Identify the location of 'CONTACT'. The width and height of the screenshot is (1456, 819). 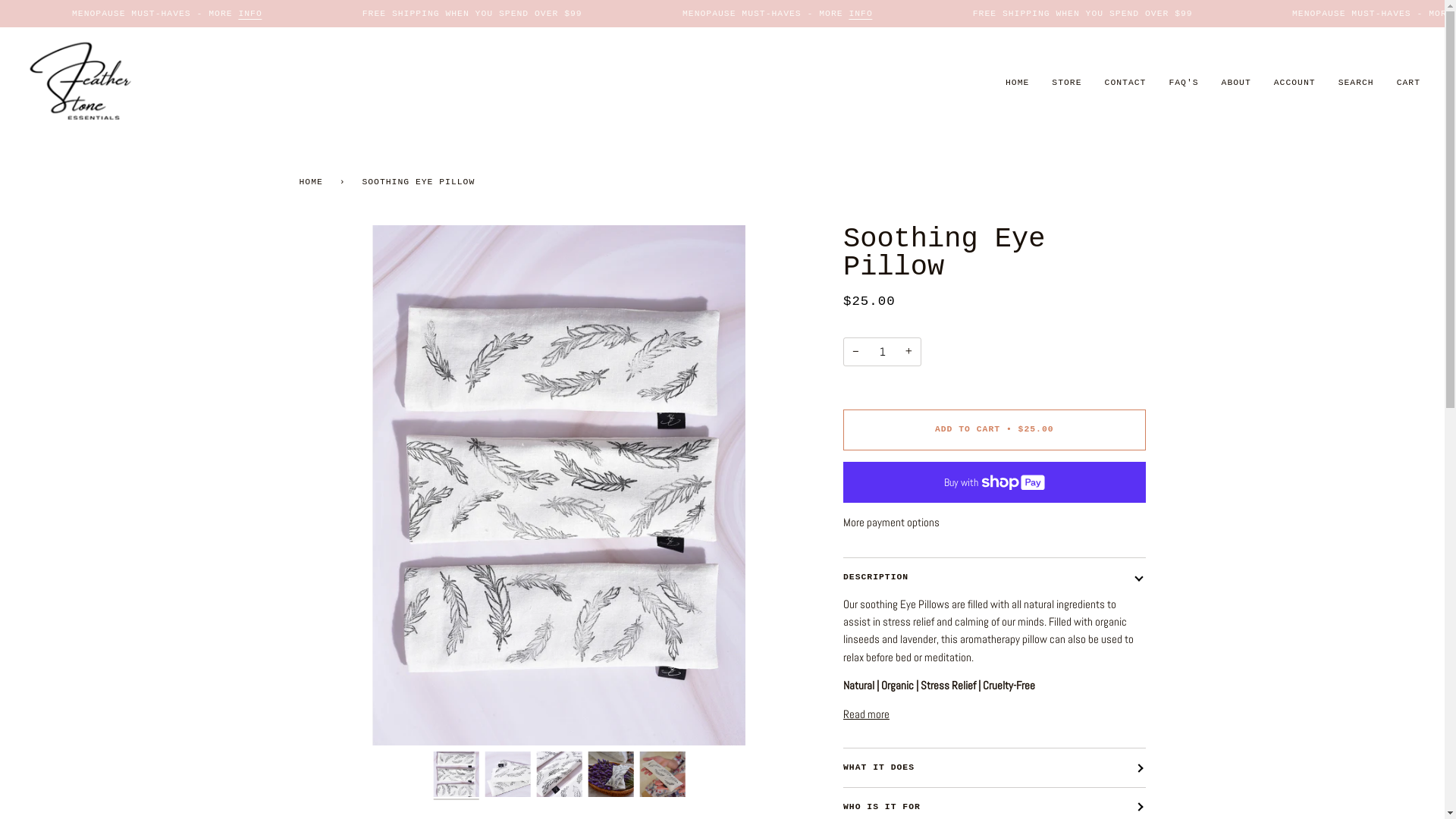
(1125, 82).